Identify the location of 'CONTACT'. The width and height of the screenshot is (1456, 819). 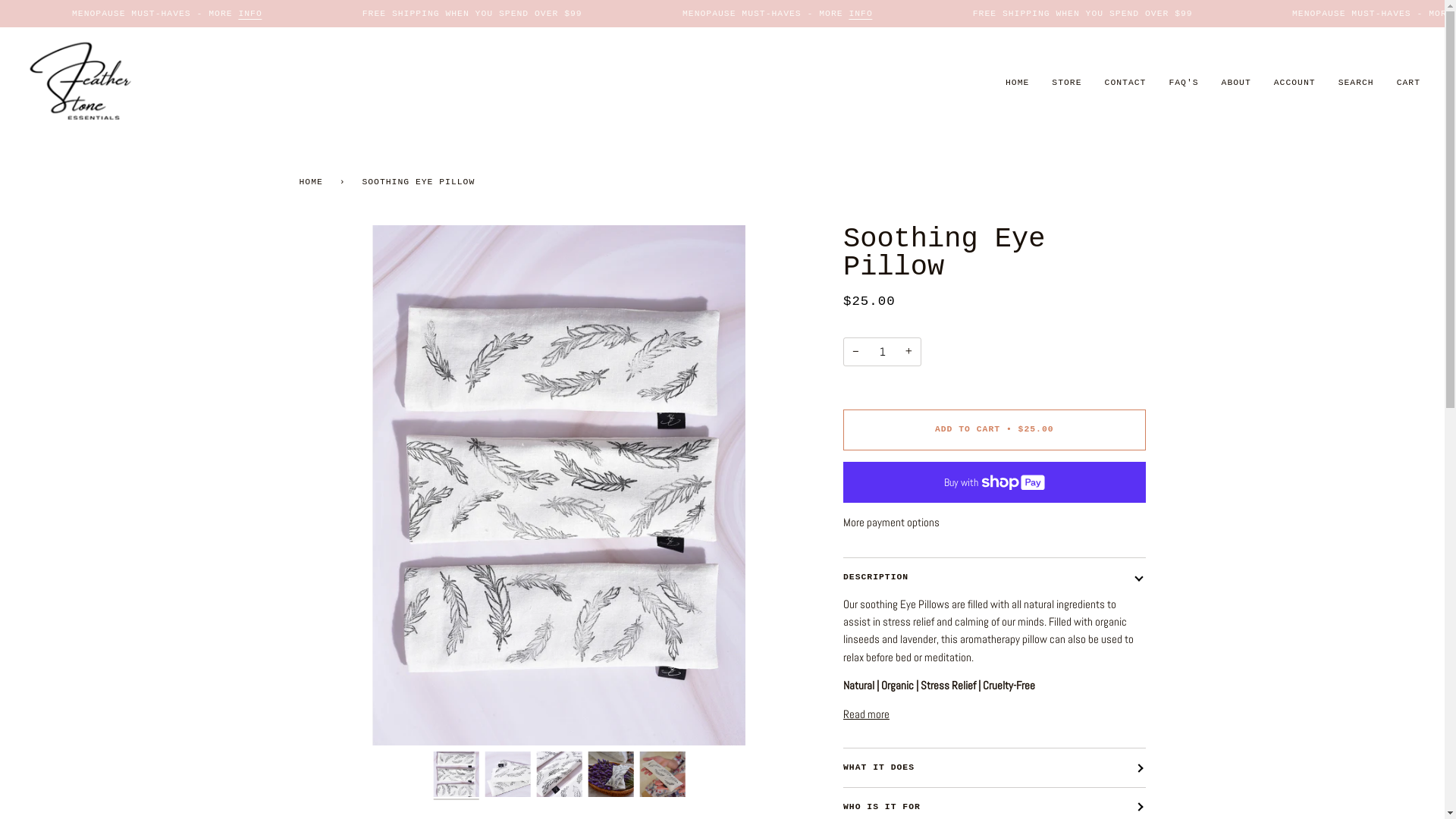
(1125, 82).